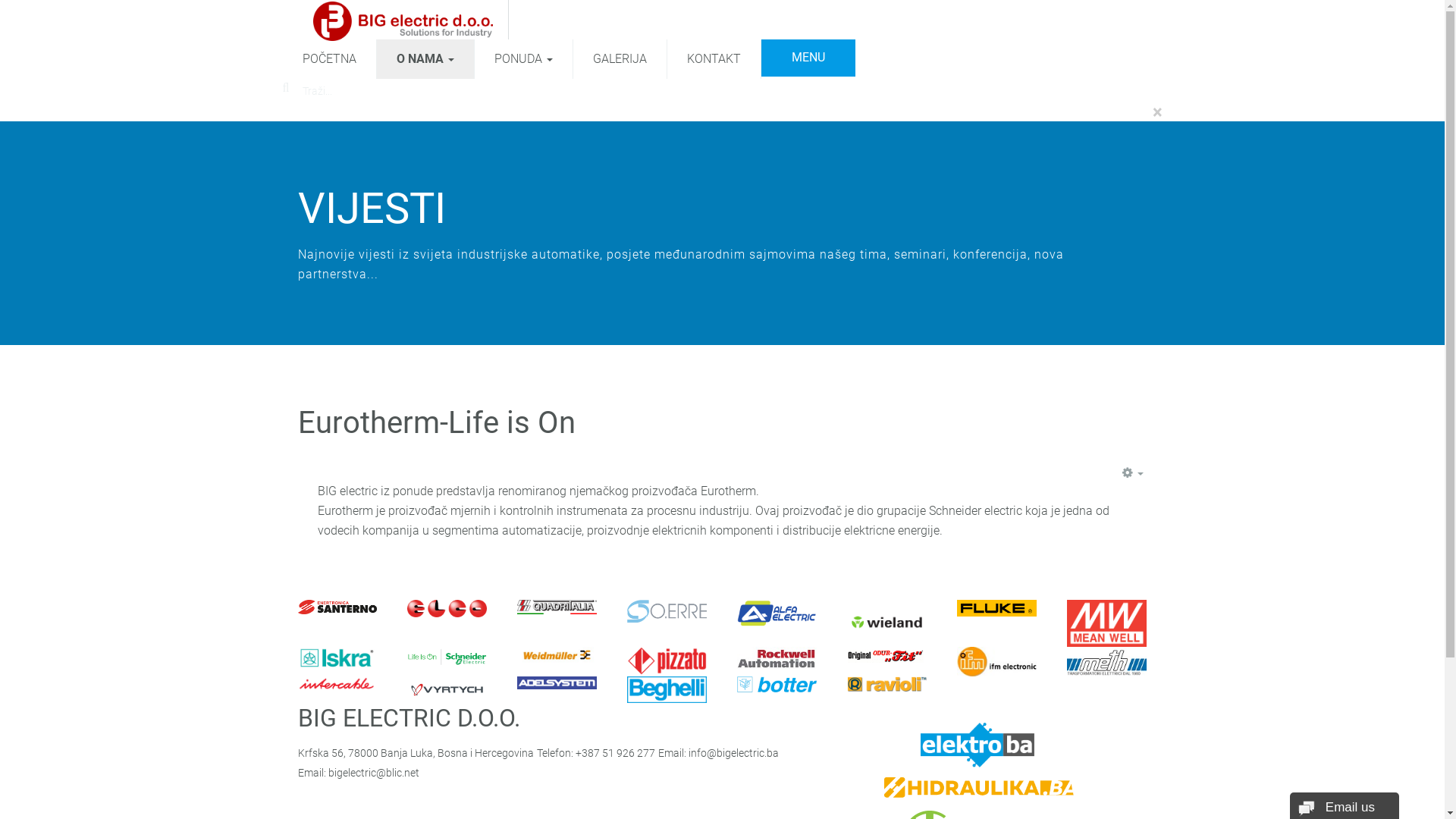 Image resolution: width=1456 pixels, height=819 pixels. I want to click on 'Botter', so click(777, 684).